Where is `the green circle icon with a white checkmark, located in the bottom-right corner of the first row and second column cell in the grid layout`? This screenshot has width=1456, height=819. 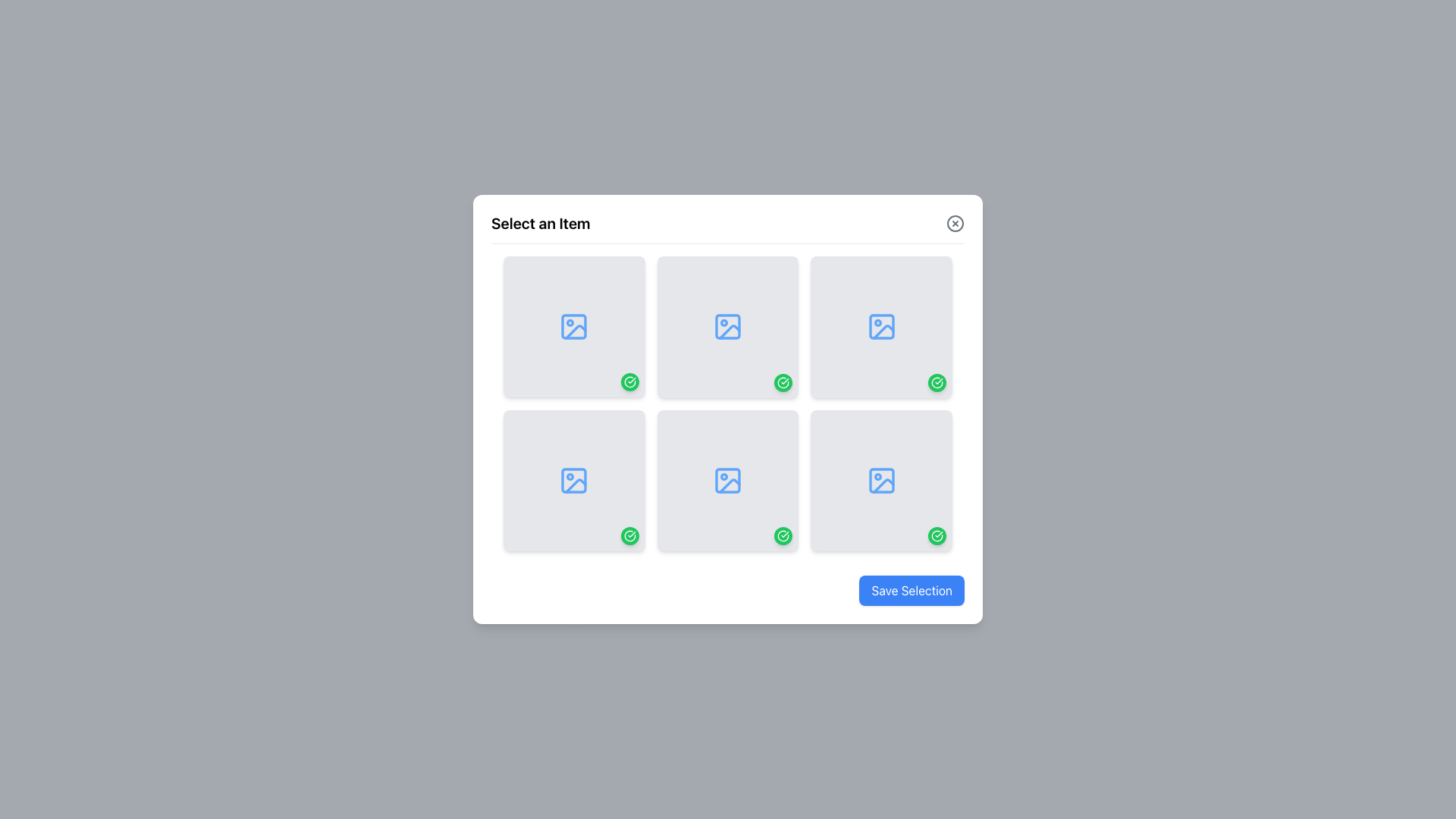
the green circle icon with a white checkmark, located in the bottom-right corner of the first row and second column cell in the grid layout is located at coordinates (629, 381).